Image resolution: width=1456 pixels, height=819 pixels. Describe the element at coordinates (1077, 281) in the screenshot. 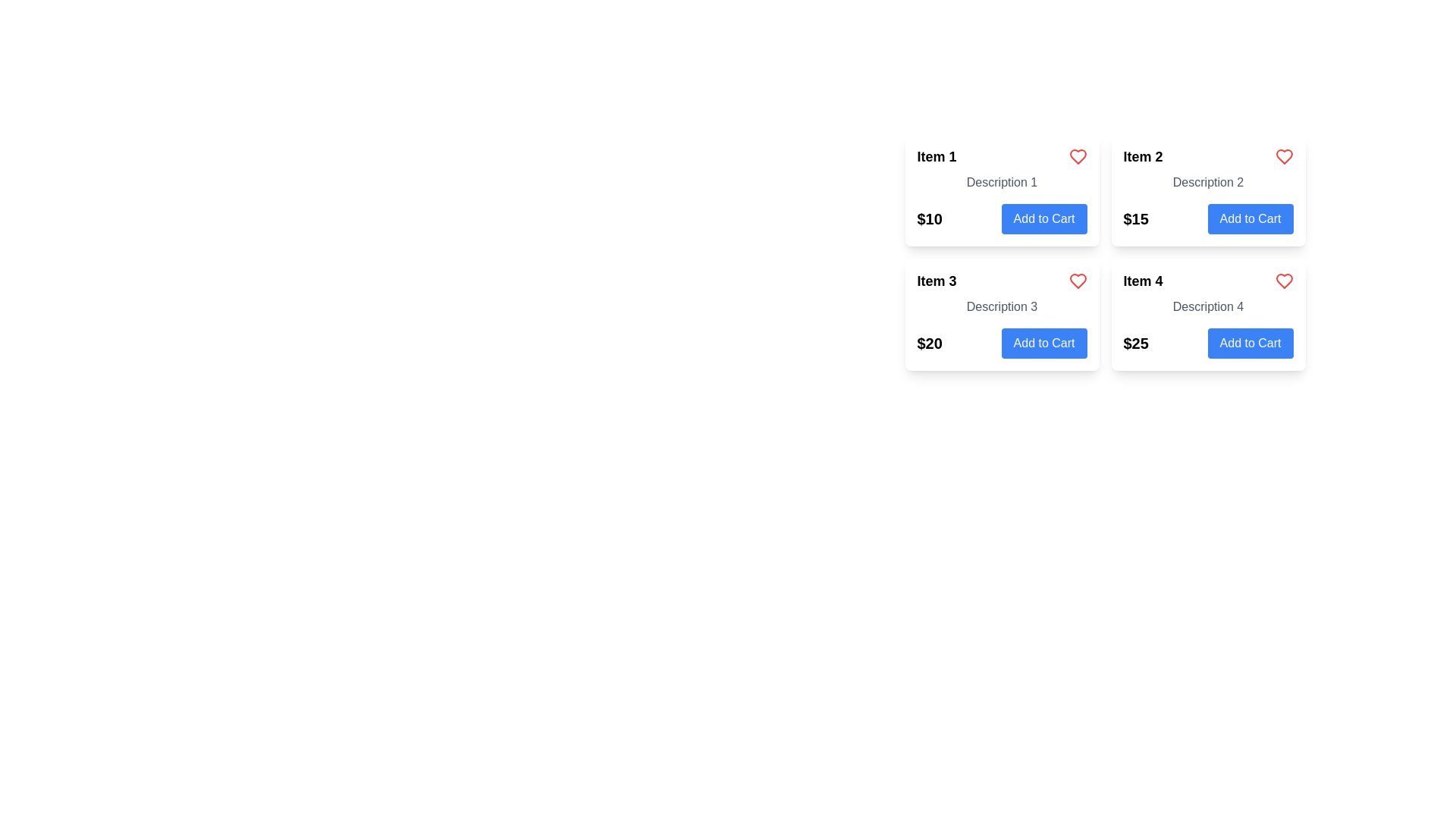

I see `the heart-shaped icon button outlined in red located to the right of the header 'Item 3'` at that location.